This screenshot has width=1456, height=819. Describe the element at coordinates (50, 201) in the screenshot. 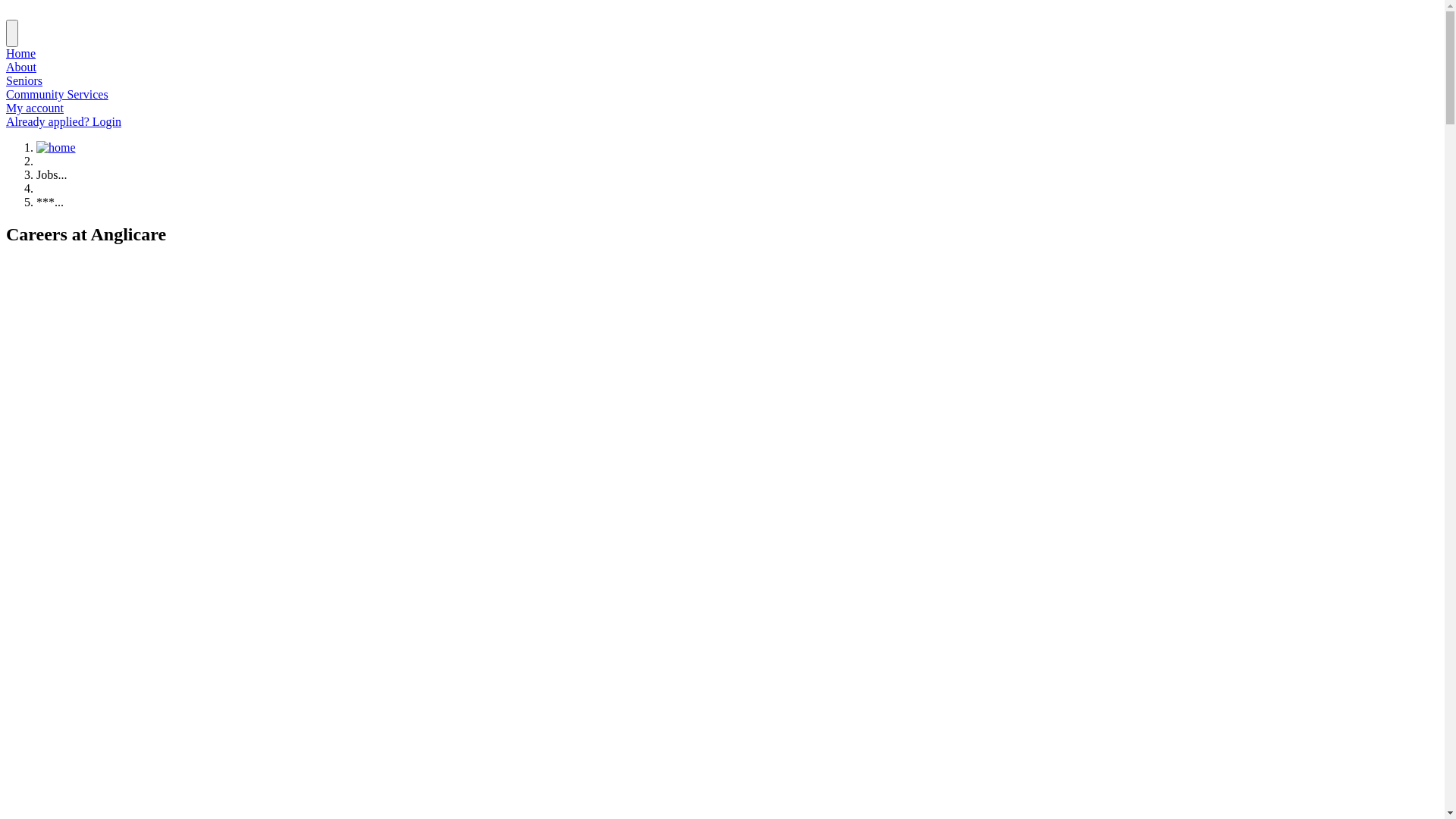

I see `'***...'` at that location.